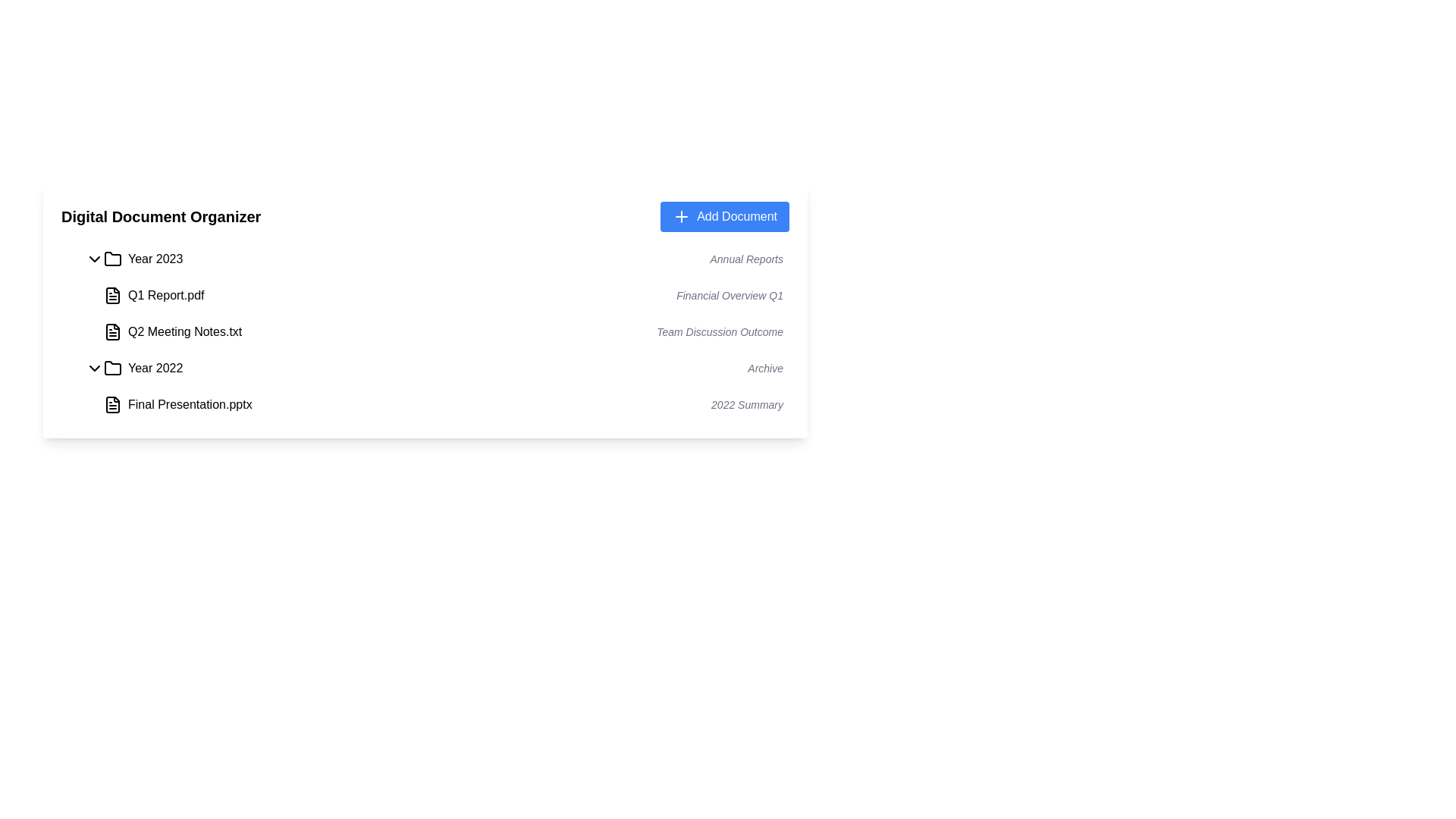 The height and width of the screenshot is (819, 1456). Describe the element at coordinates (111, 331) in the screenshot. I see `the document icon representing 'Q2 Meeting Notes.txt', located under the 'Year 2023' section, next to the label 'Q2 Meeting Notes.txt'` at that location.